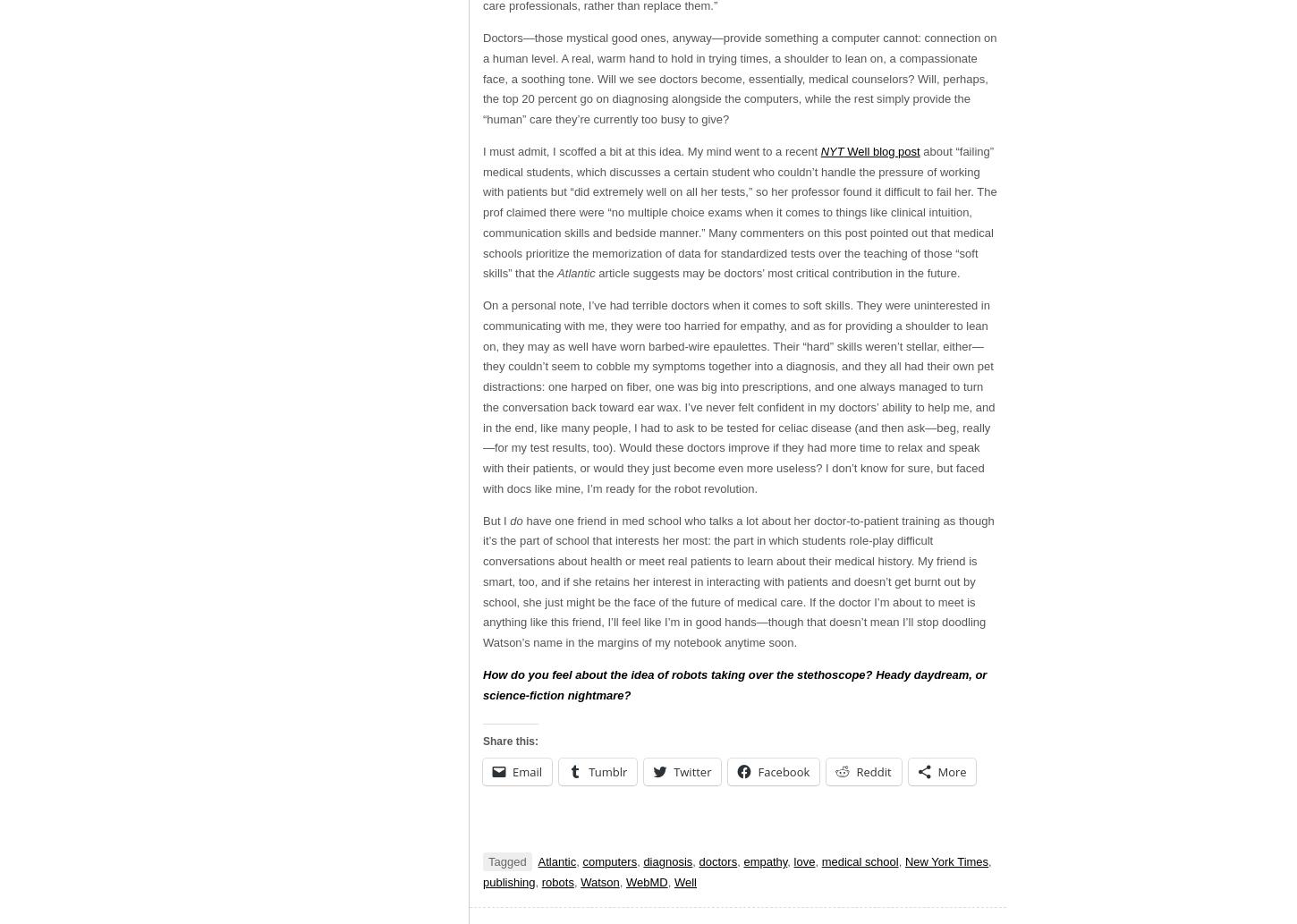  What do you see at coordinates (482, 684) in the screenshot?
I see `'How do you feel about the idea of robots taking over the stethoscope? Heady daydream, or science-fiction nightmare?'` at bounding box center [482, 684].